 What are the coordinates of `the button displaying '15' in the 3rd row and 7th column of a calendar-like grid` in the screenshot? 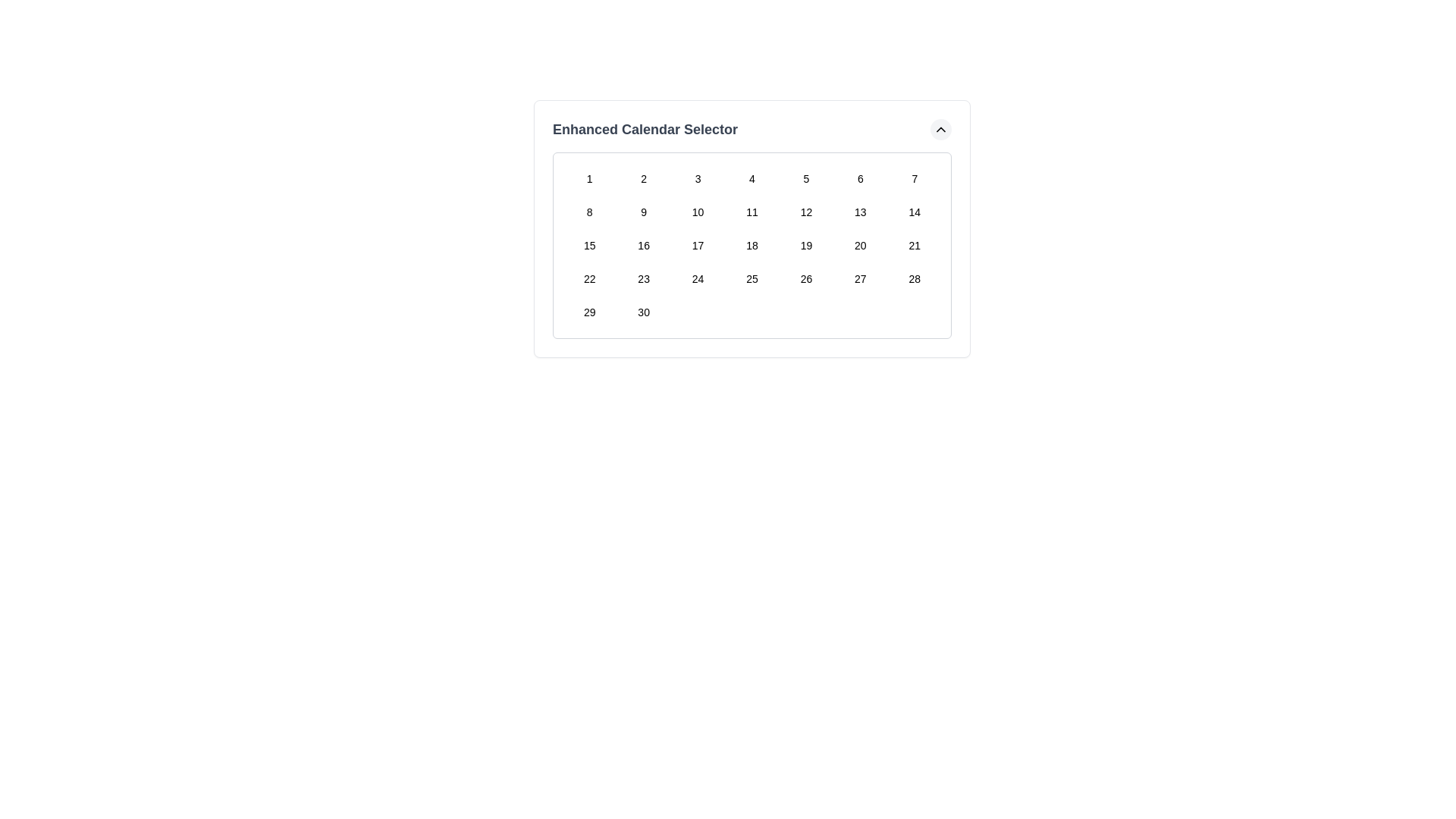 It's located at (588, 245).